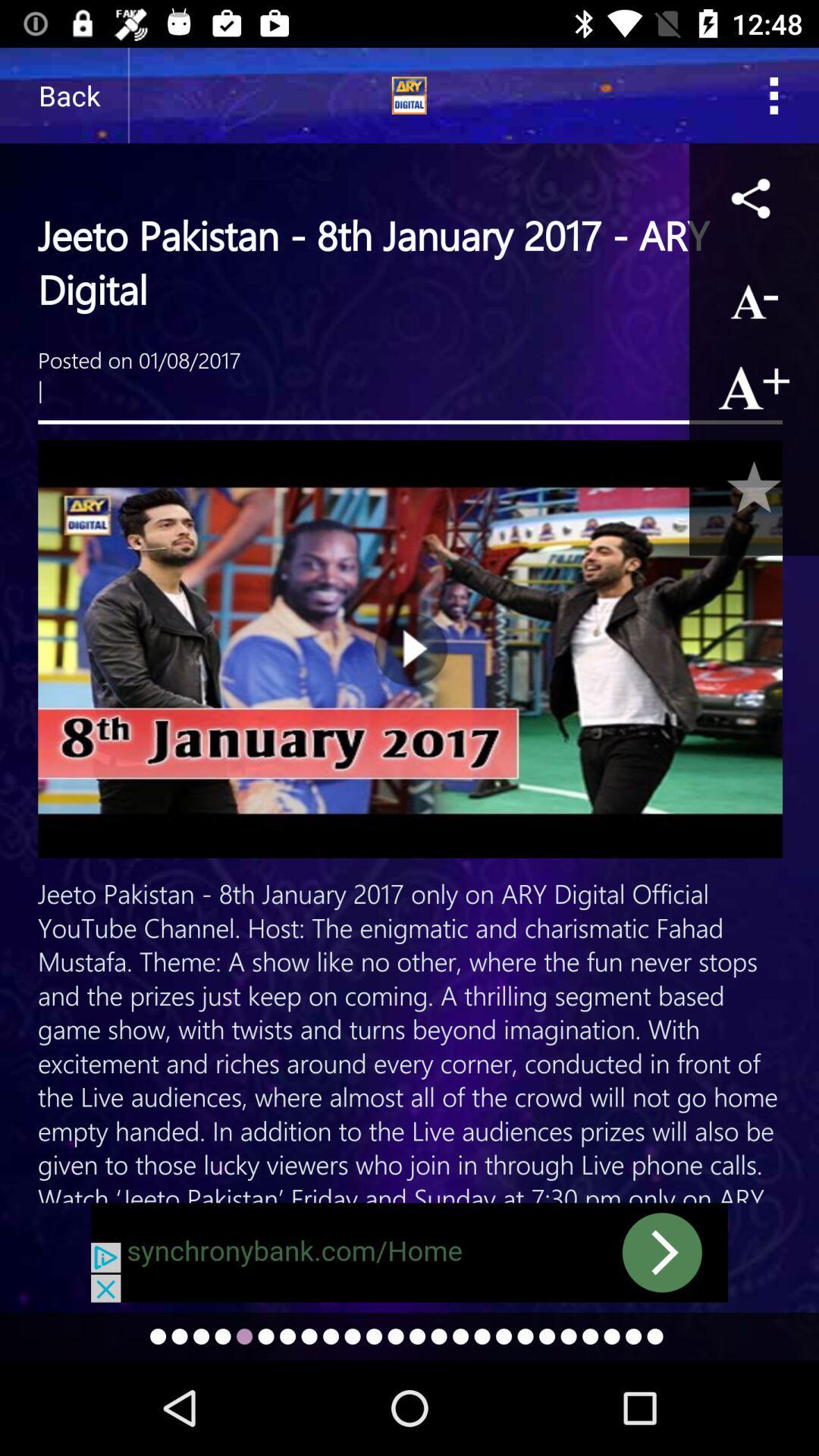 The height and width of the screenshot is (1456, 819). What do you see at coordinates (754, 196) in the screenshot?
I see `share article` at bounding box center [754, 196].